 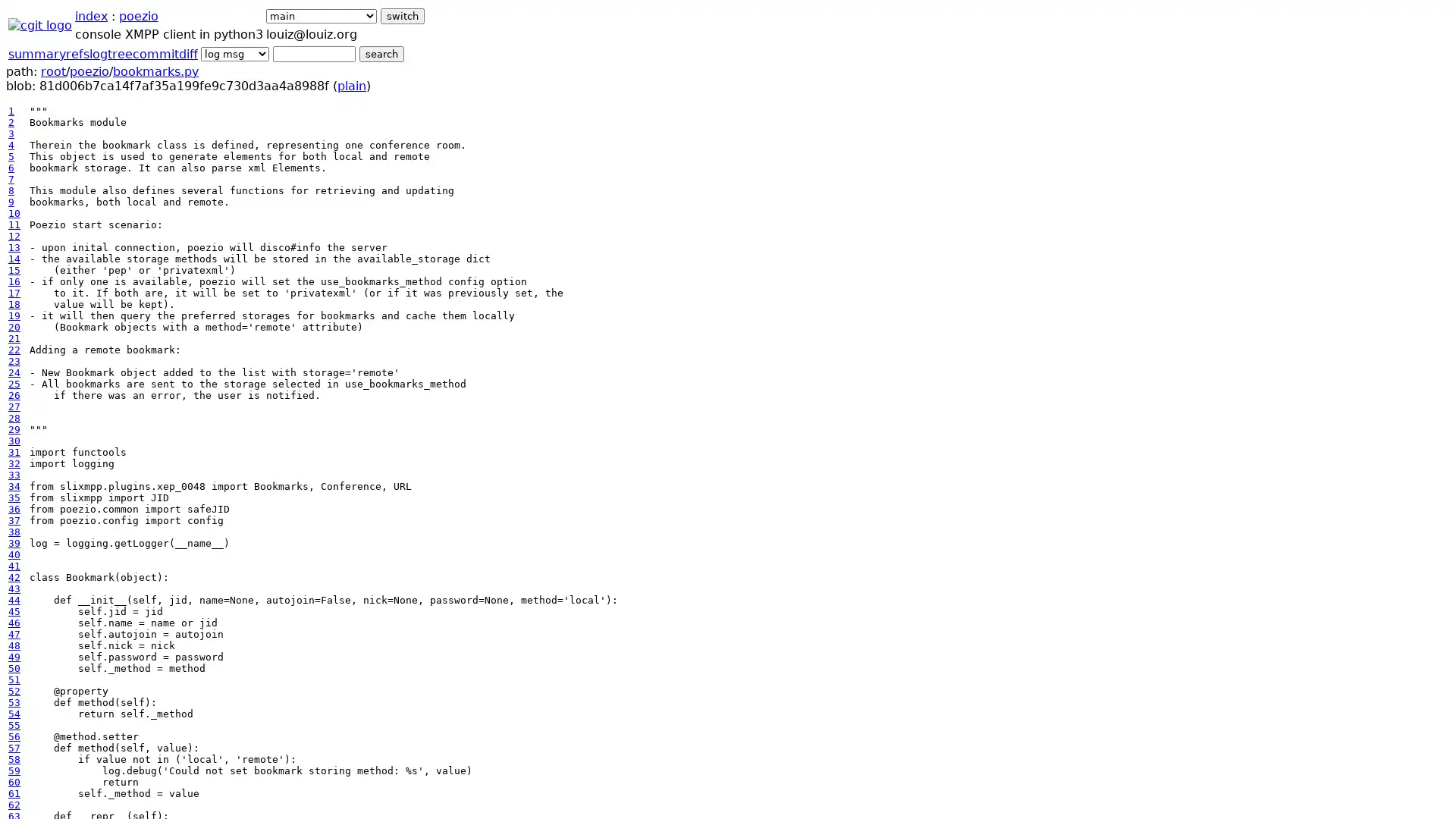 I want to click on search, so click(x=381, y=53).